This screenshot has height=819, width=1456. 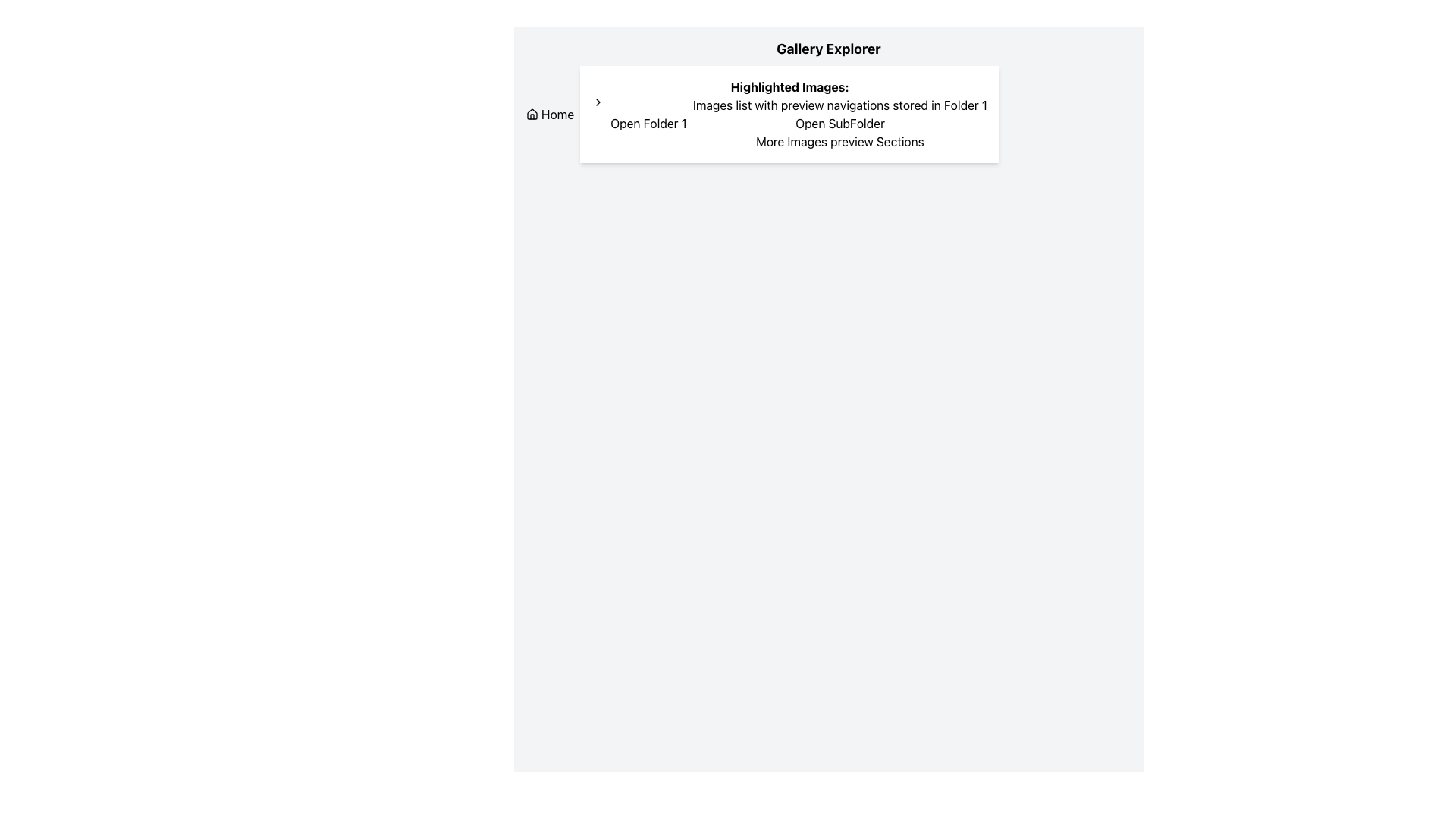 What do you see at coordinates (648, 122) in the screenshot?
I see `the 'Open Folder 1' button to trigger tooltip or visual feedback` at bounding box center [648, 122].